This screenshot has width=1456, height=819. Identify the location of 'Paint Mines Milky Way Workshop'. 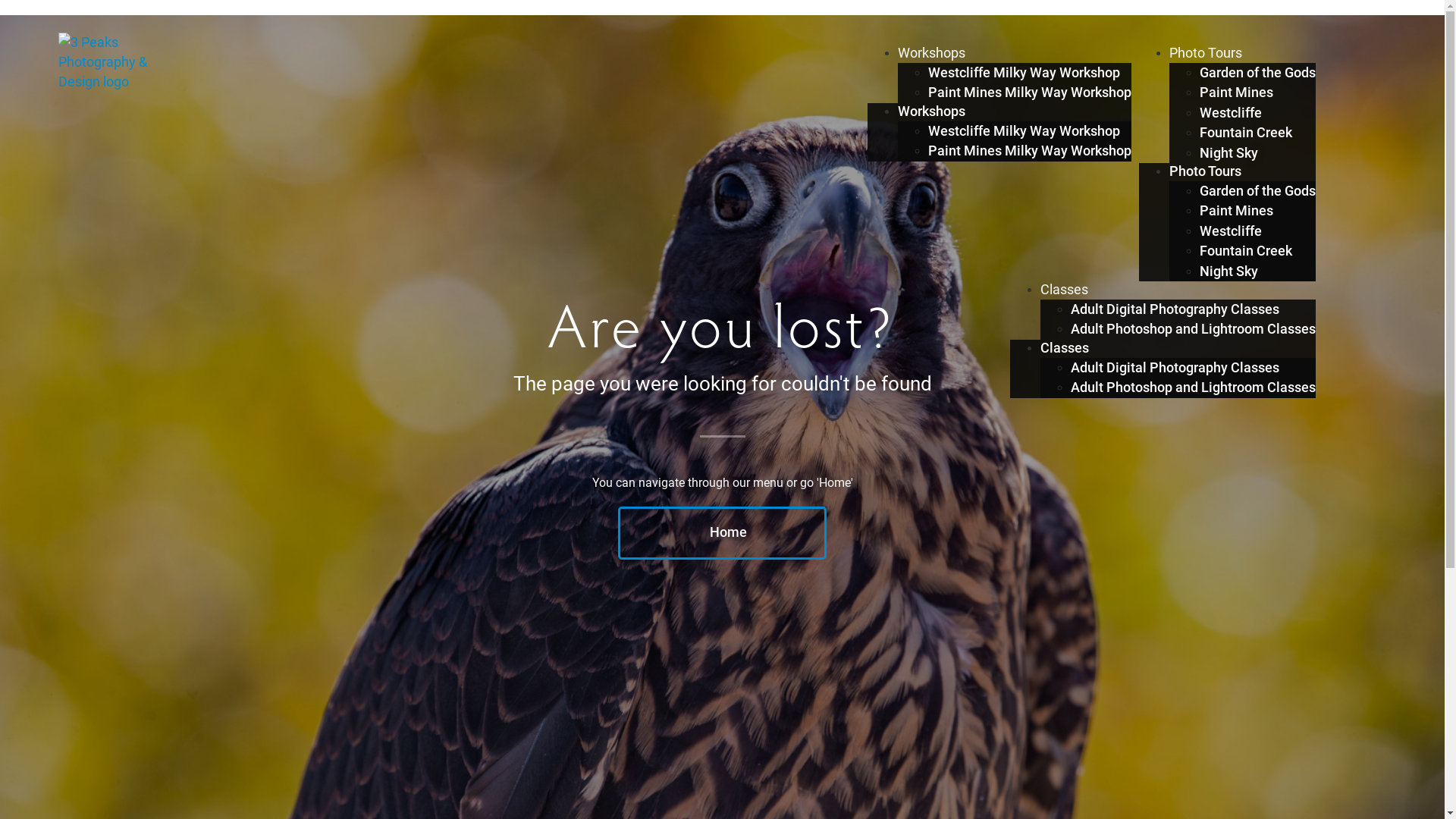
(1030, 93).